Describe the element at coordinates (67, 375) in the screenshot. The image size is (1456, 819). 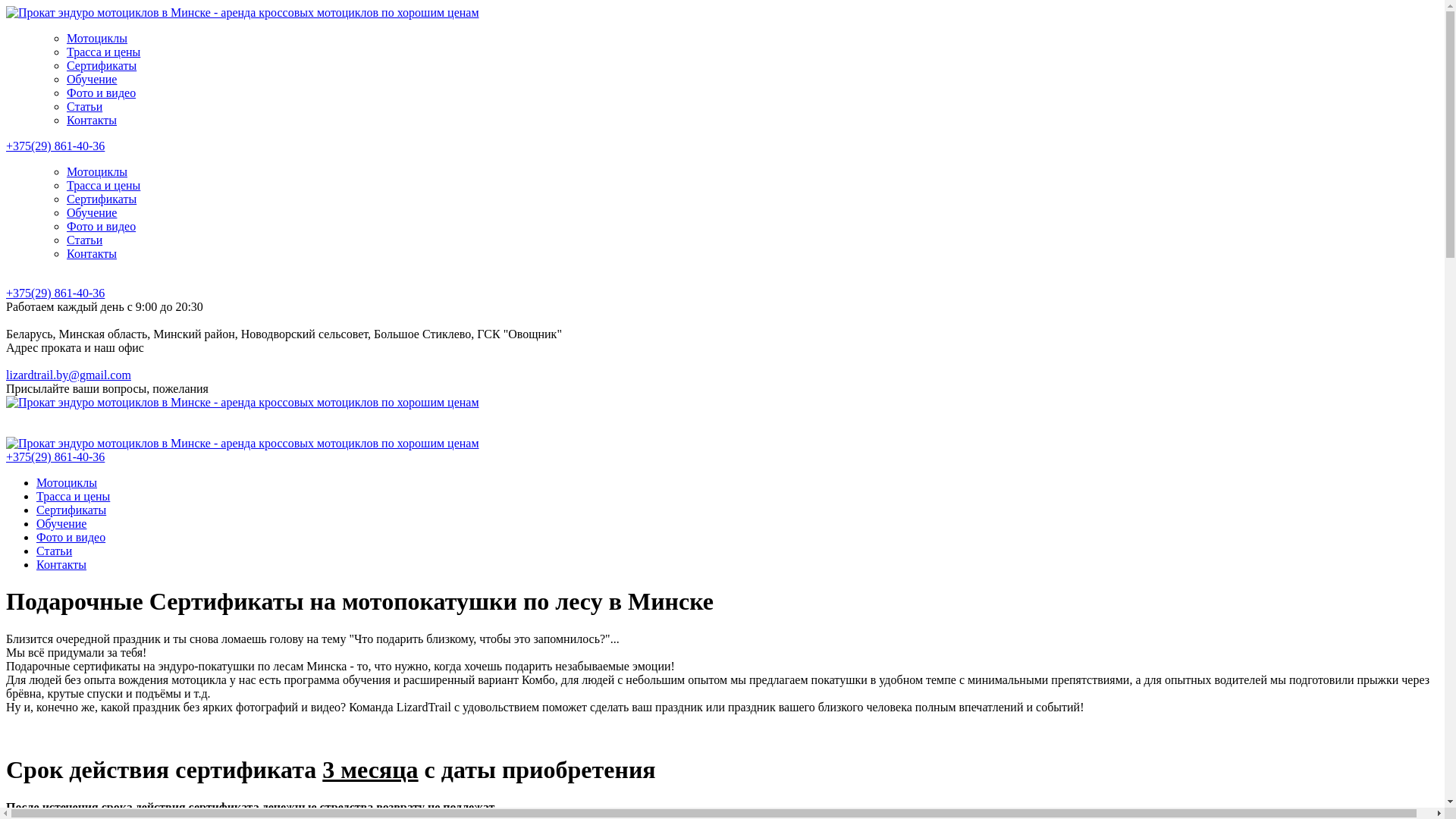
I see `'lizardtrail.by@gmail.com'` at that location.